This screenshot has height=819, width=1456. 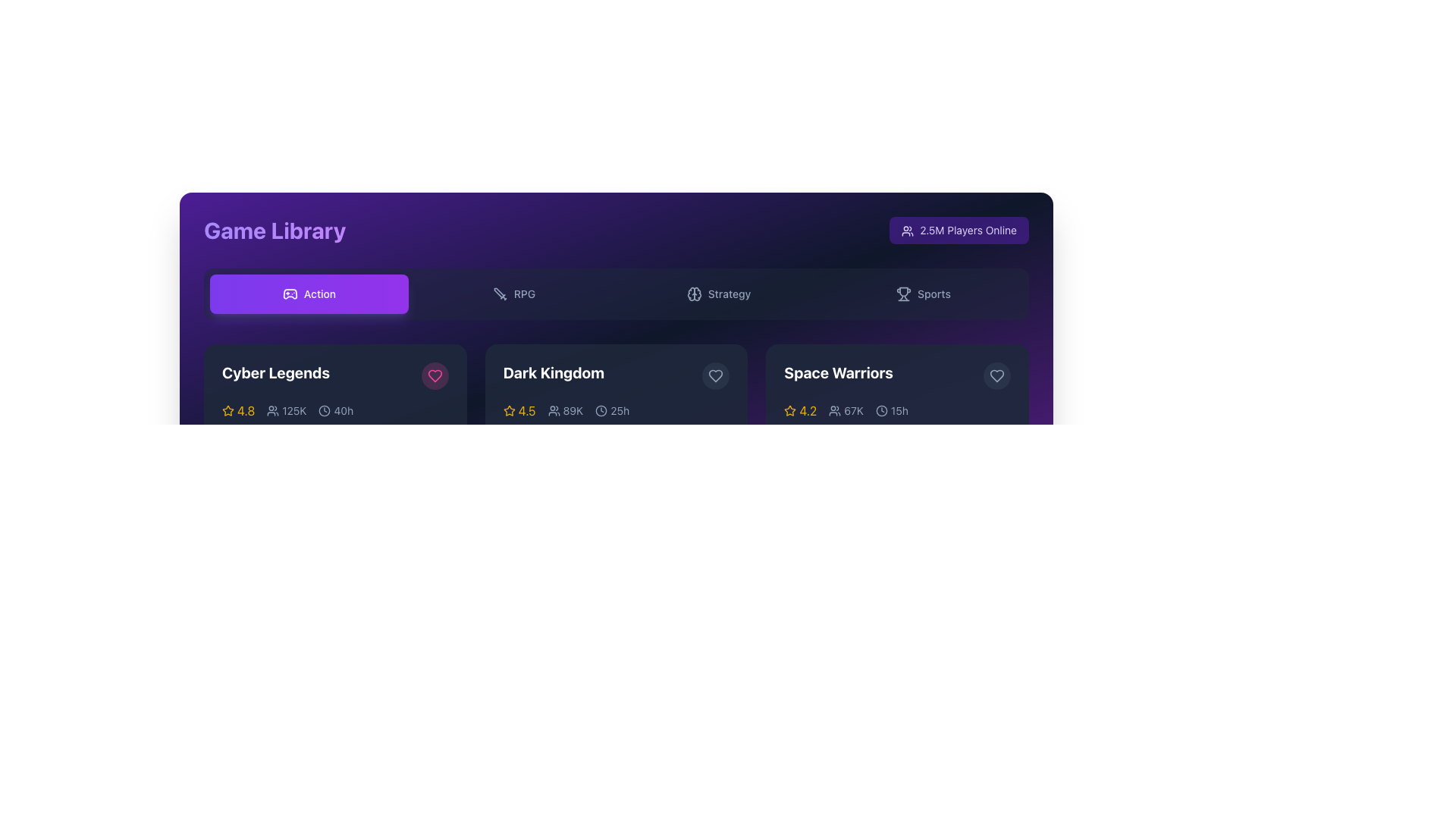 What do you see at coordinates (500, 294) in the screenshot?
I see `the small sword icon SVG graphic, which is located to the left of the 'RPG' text in the navigation row` at bounding box center [500, 294].